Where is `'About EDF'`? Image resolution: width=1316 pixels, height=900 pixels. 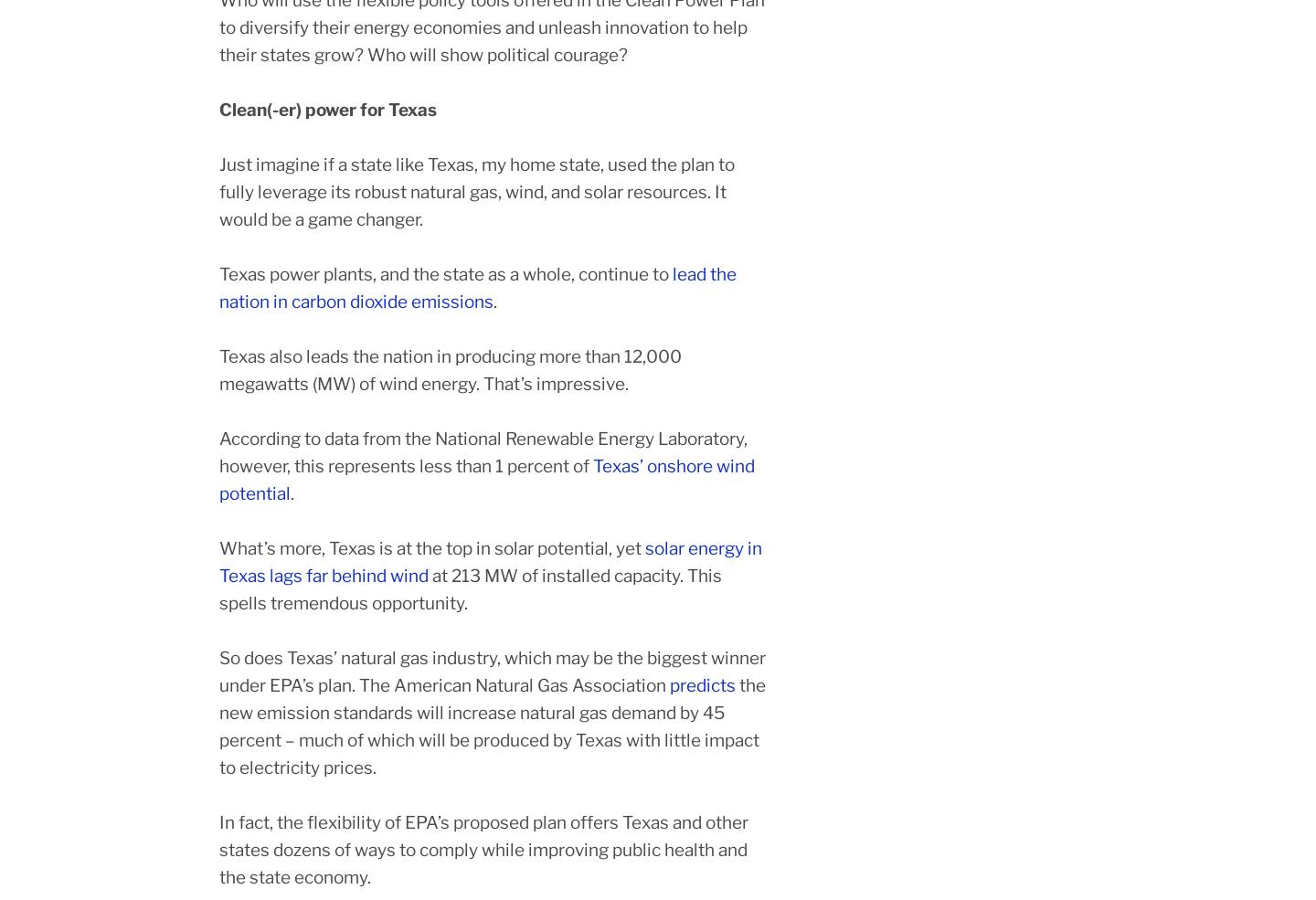
'About EDF' is located at coordinates (529, 644).